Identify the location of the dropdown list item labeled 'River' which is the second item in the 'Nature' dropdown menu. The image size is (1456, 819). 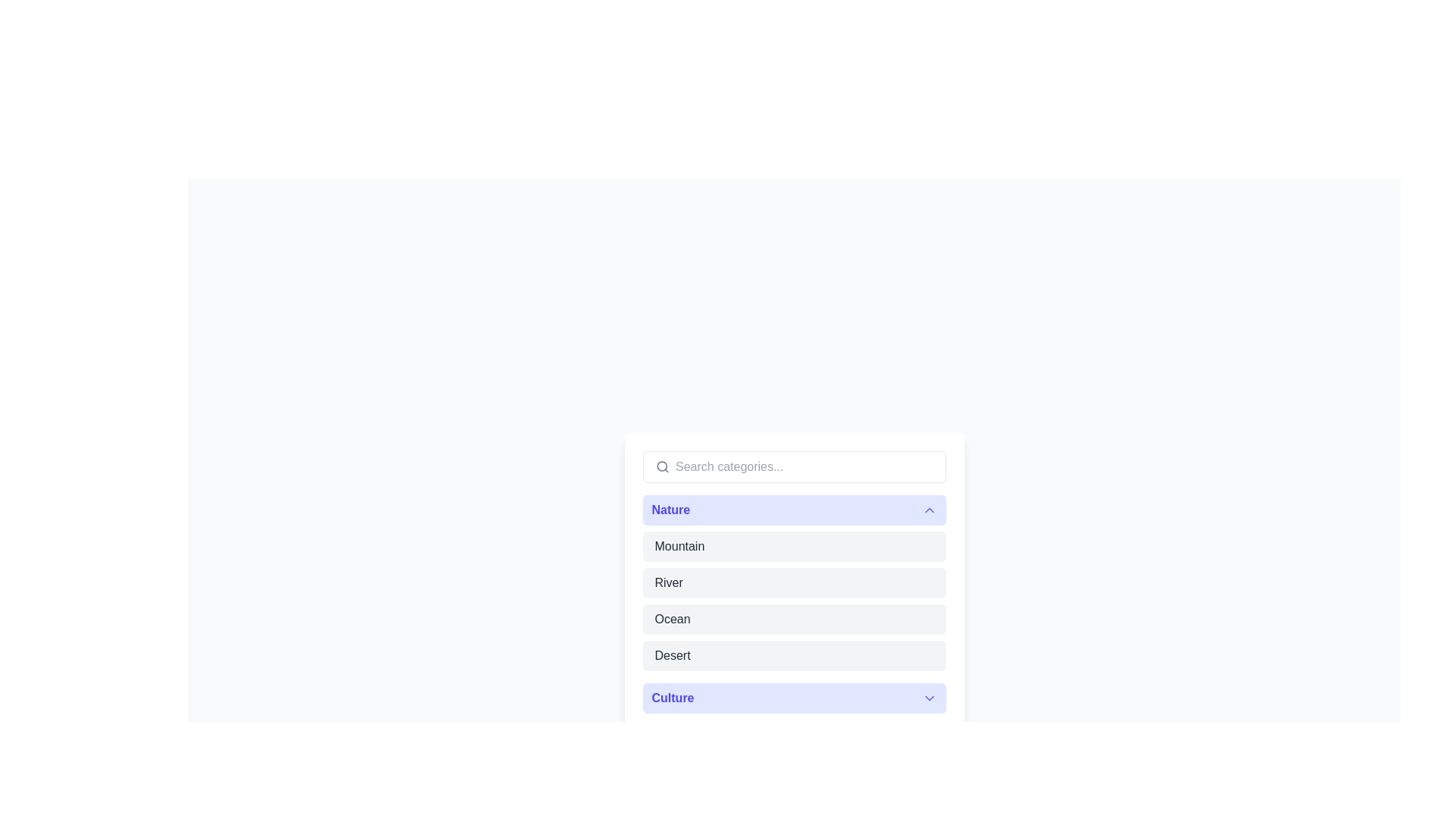
(793, 582).